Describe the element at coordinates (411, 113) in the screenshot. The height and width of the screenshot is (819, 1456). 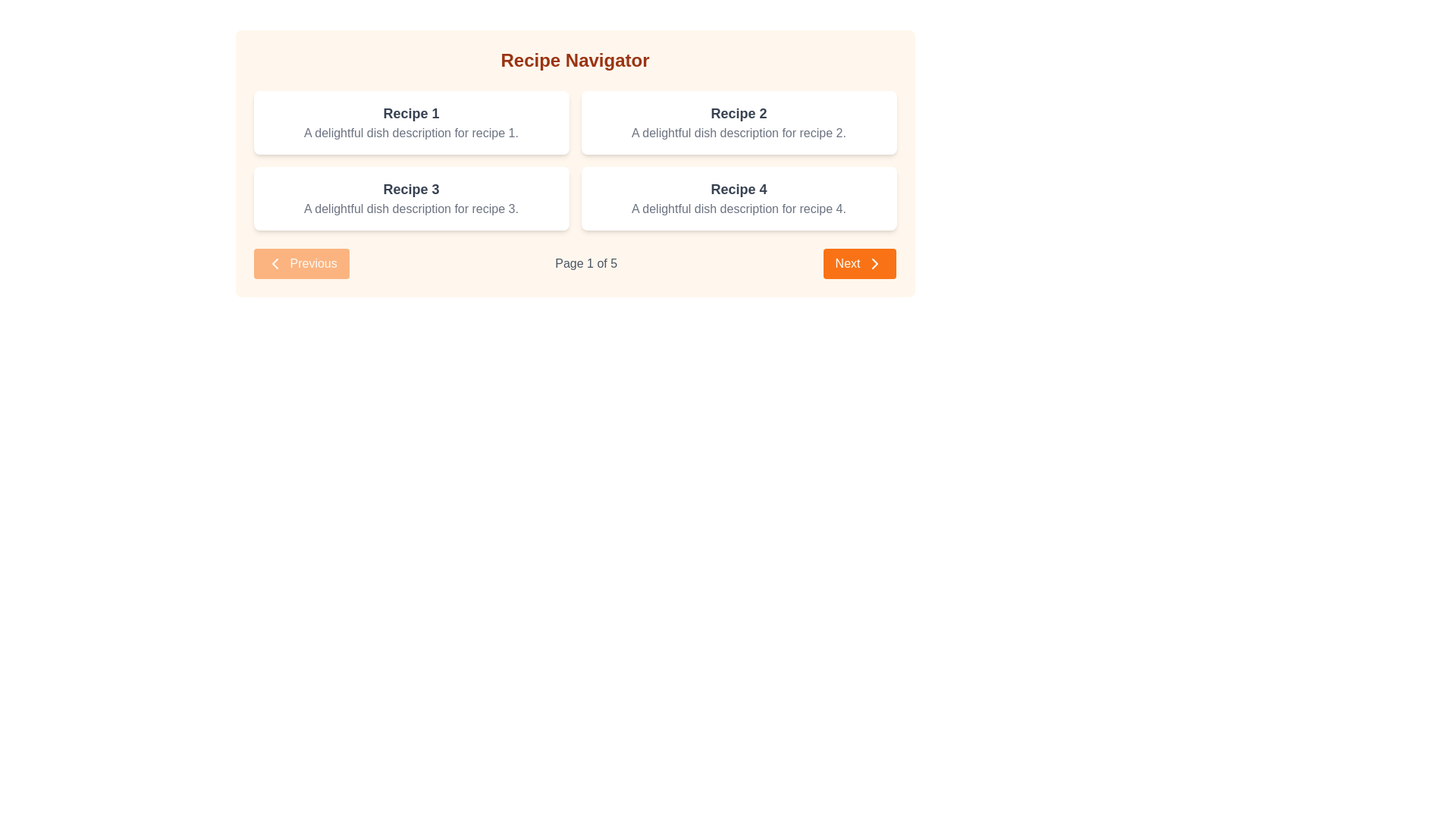
I see `the text label displaying the title 'Recipe 1' in large, bold, gray font located in the top-left card of a 2x2 grid layout` at that location.